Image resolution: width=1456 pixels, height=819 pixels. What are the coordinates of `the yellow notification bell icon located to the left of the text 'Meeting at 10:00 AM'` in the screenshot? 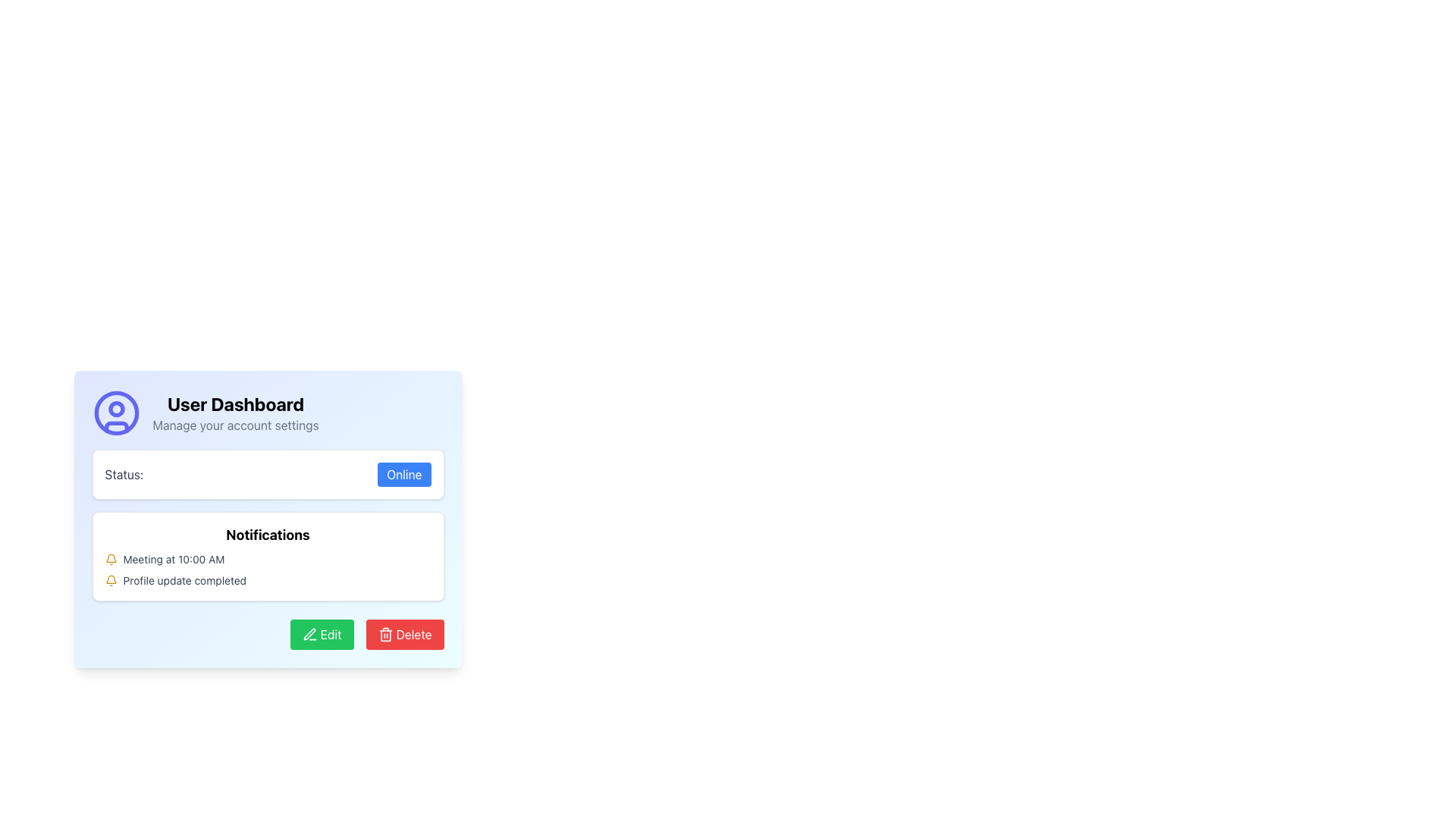 It's located at (110, 559).